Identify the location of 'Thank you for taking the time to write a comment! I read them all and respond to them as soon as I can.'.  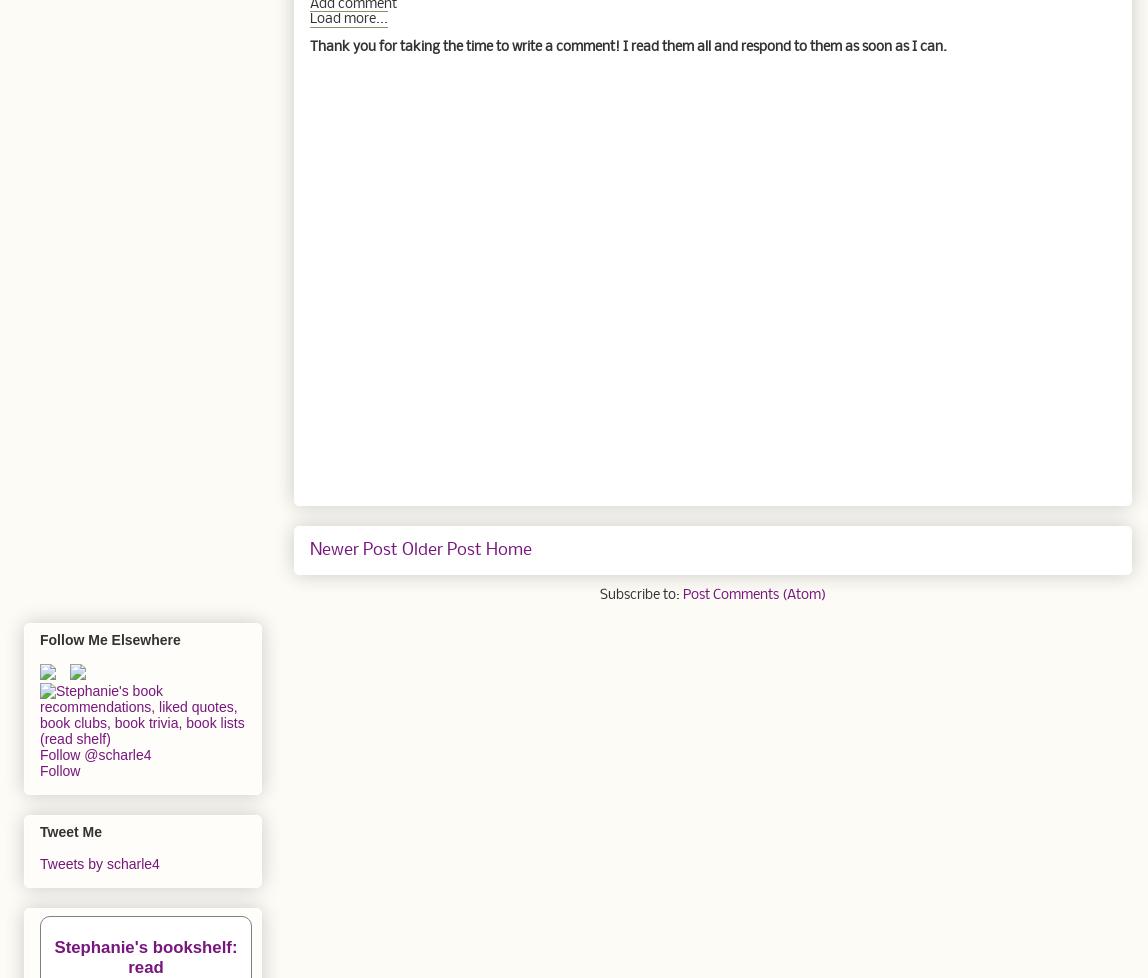
(627, 46).